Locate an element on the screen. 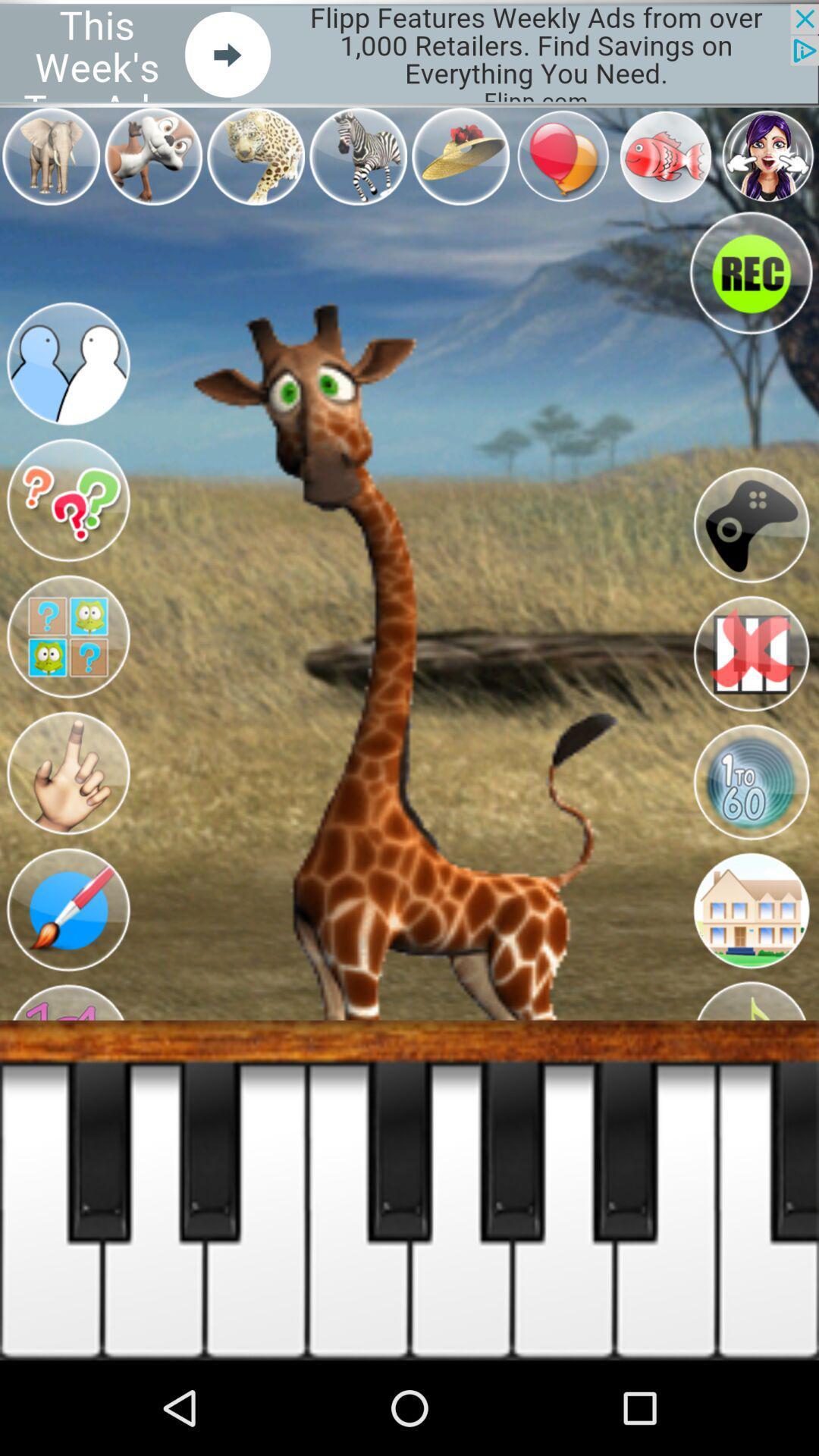 This screenshot has height=1456, width=819. the group icon is located at coordinates (67, 389).